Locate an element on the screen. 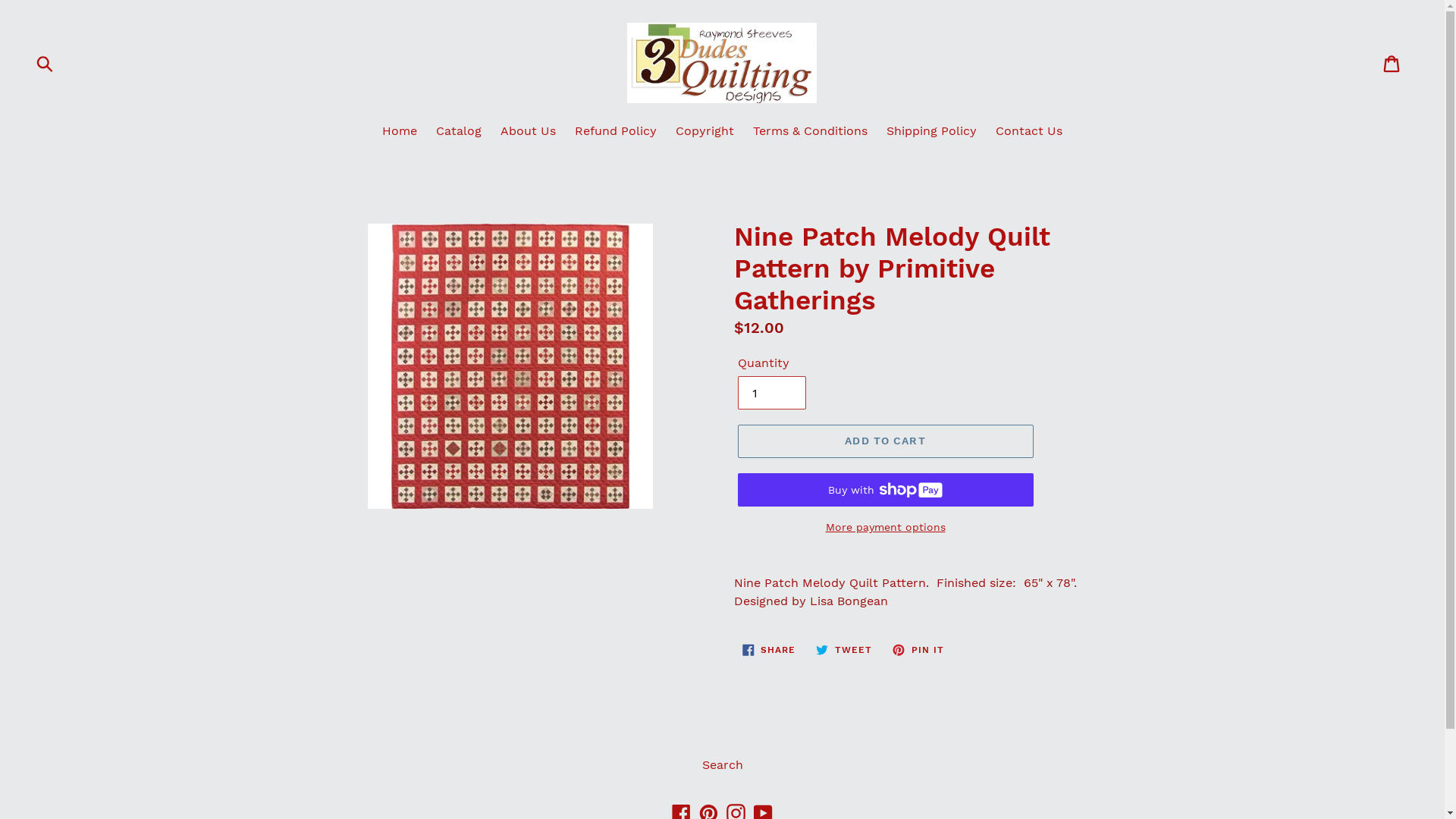 This screenshot has width=1456, height=819. 'SHARE is located at coordinates (769, 648).